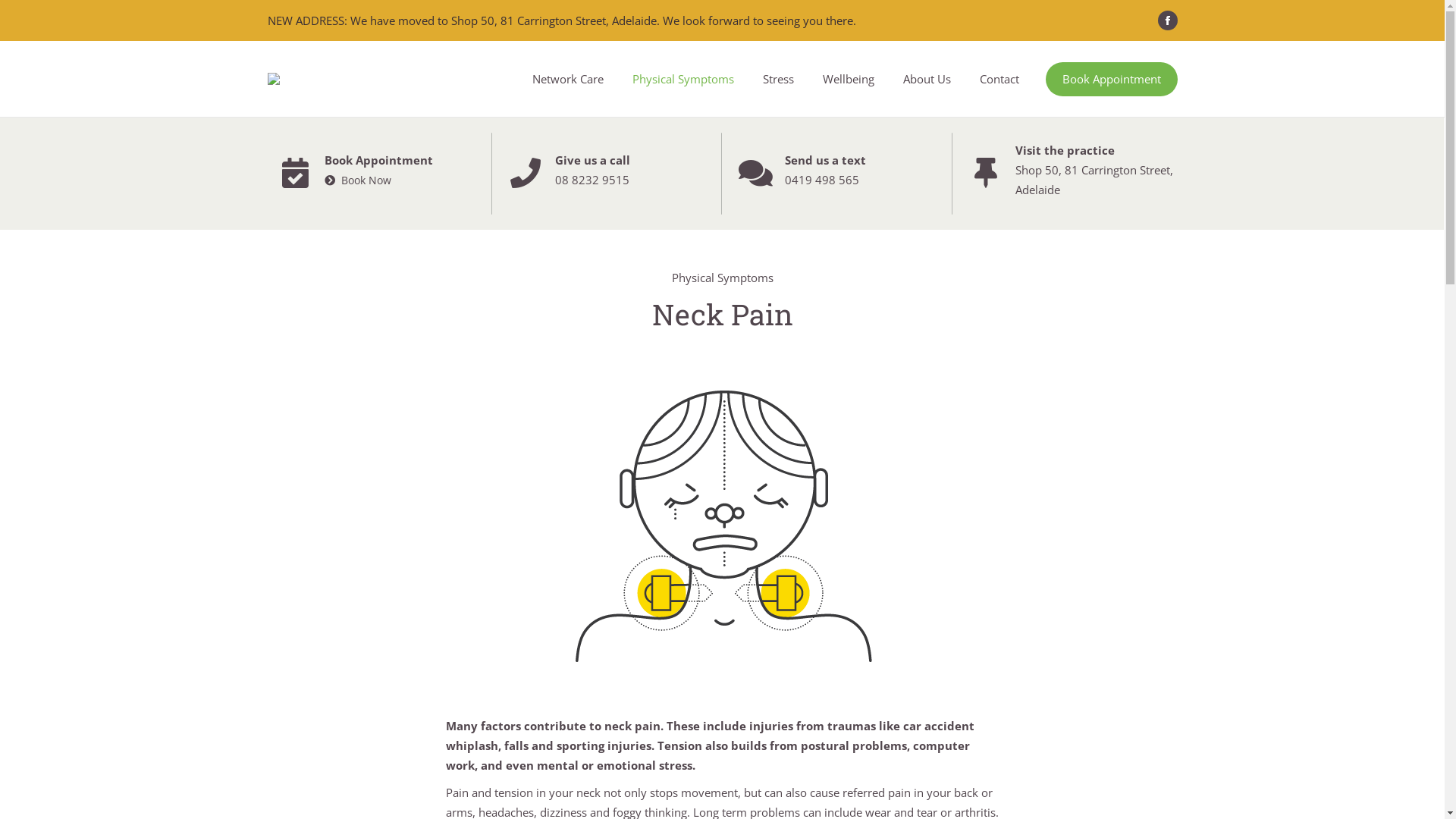  Describe the element at coordinates (818, 78) in the screenshot. I see `'Wellbeing'` at that location.